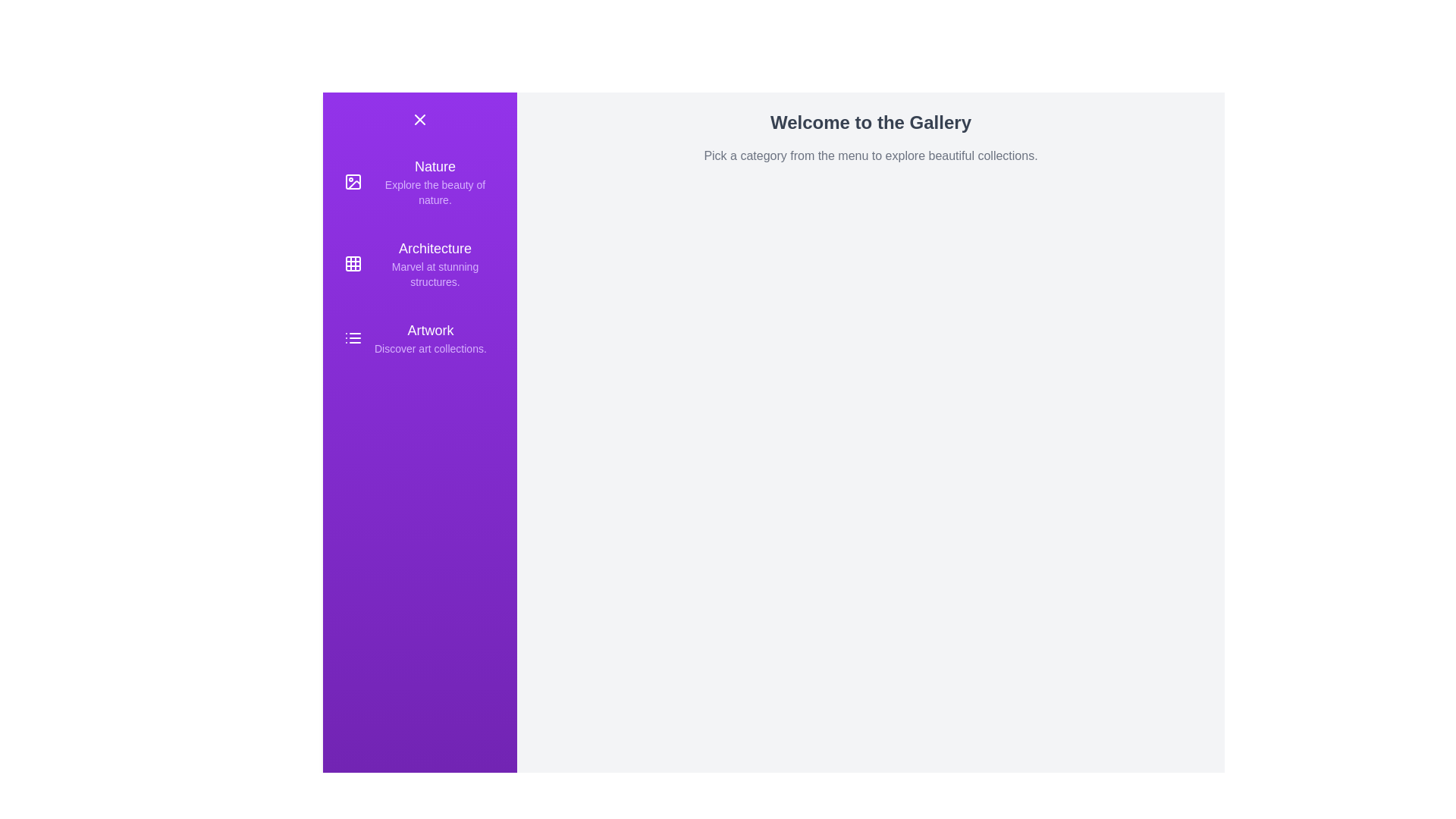  I want to click on the toggle button to toggle the drawer's state, so click(419, 119).